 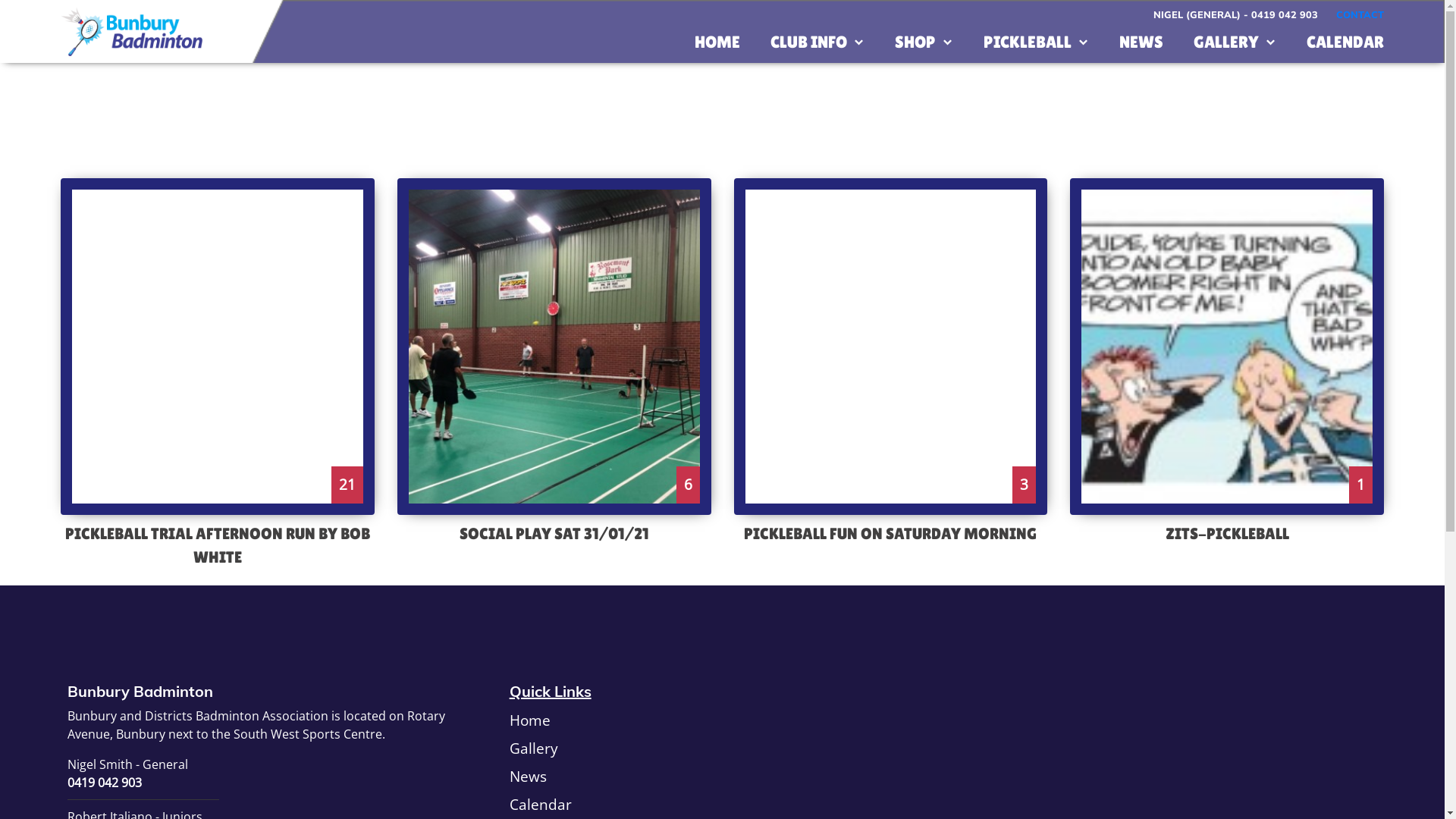 I want to click on 'Calendar', so click(x=541, y=803).